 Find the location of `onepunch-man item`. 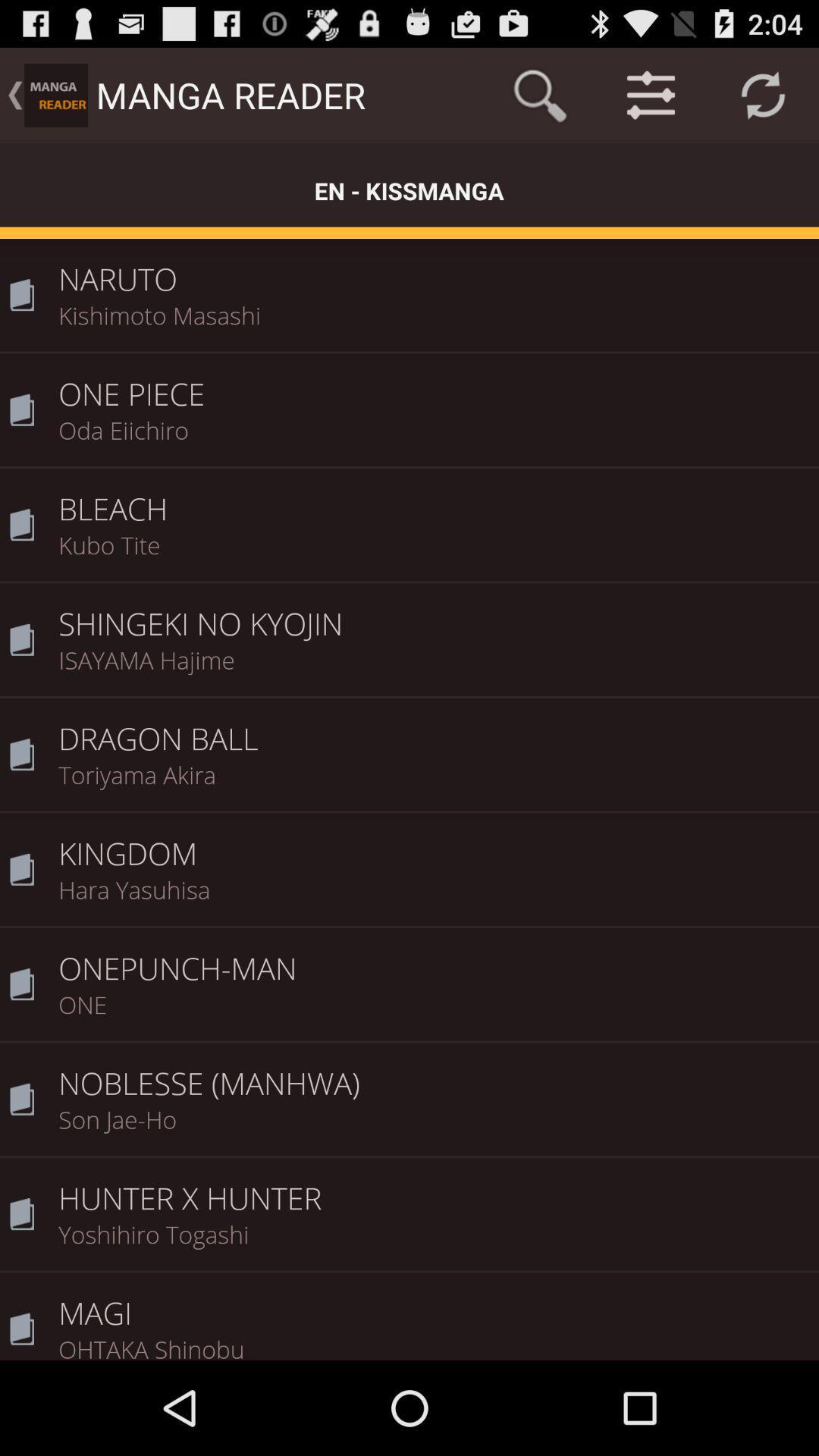

onepunch-man item is located at coordinates (433, 957).